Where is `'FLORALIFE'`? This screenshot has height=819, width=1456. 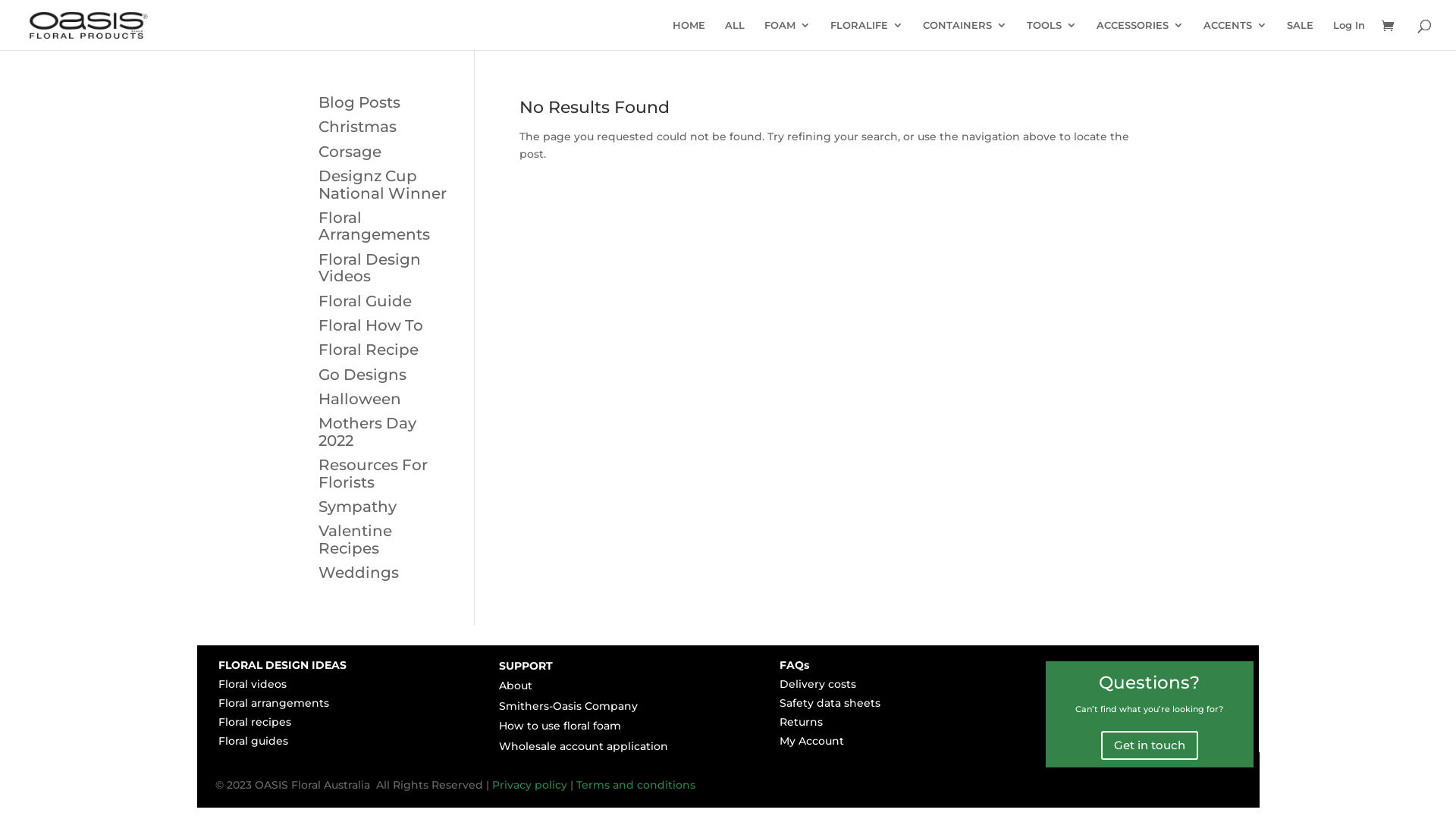 'FLORALIFE' is located at coordinates (866, 34).